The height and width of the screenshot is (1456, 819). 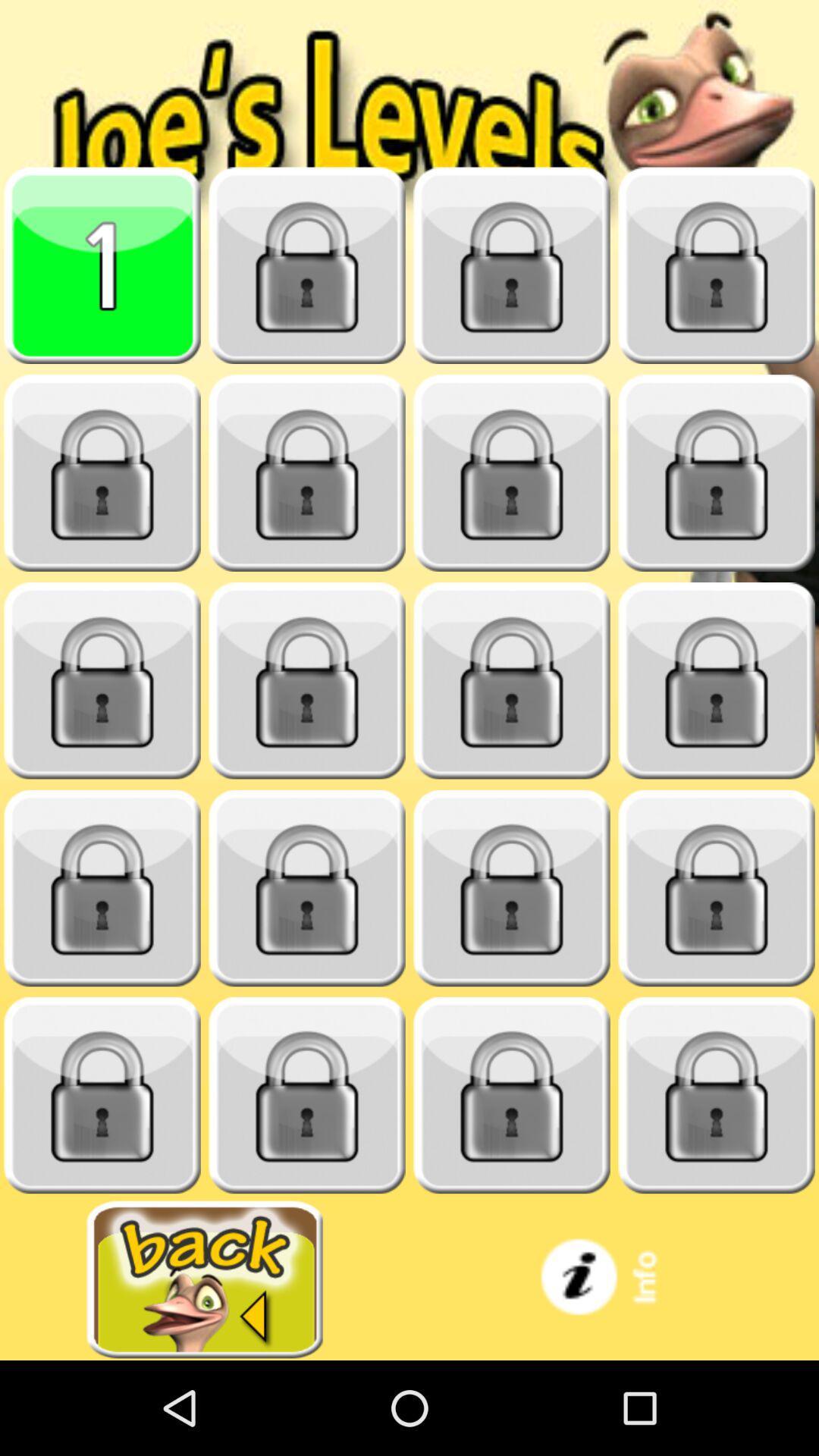 I want to click on option, so click(x=717, y=680).